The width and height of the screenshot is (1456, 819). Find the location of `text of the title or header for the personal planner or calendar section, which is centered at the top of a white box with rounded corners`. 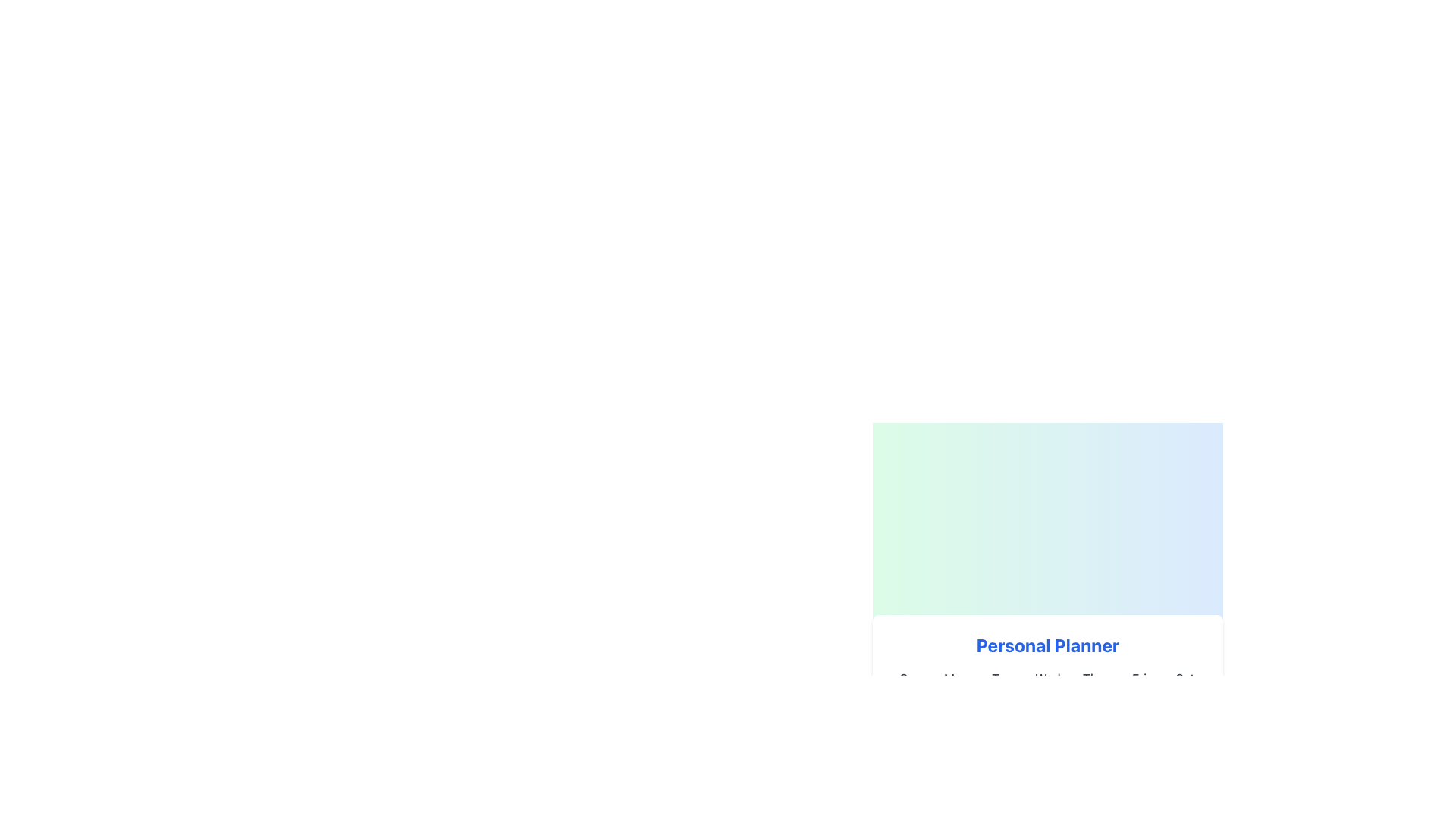

text of the title or header for the personal planner or calendar section, which is centered at the top of a white box with rounded corners is located at coordinates (1047, 645).